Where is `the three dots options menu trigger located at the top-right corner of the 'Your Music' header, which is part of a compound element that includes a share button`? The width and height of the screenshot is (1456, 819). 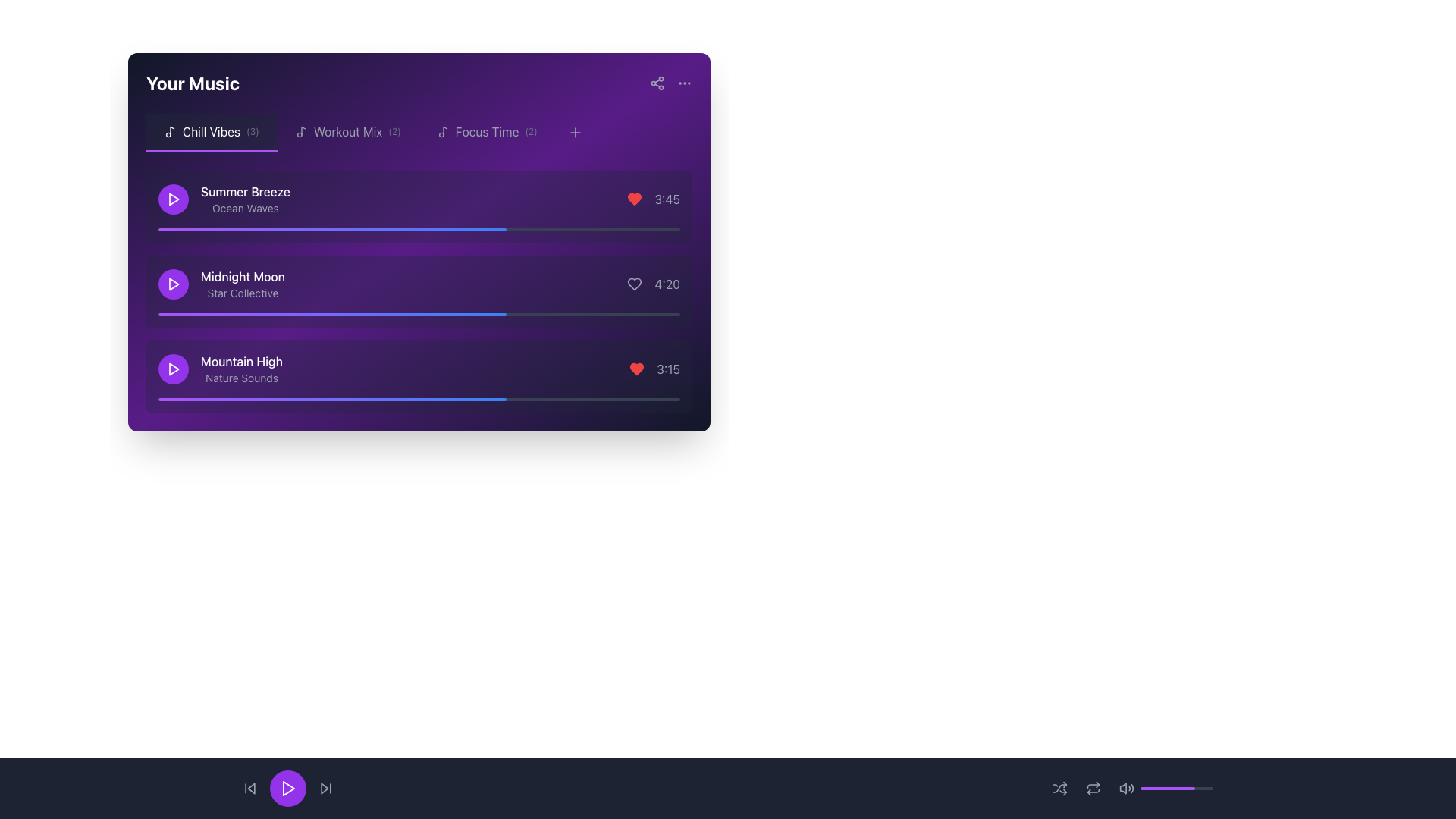 the three dots options menu trigger located at the top-right corner of the 'Your Music' header, which is part of a compound element that includes a share button is located at coordinates (670, 83).